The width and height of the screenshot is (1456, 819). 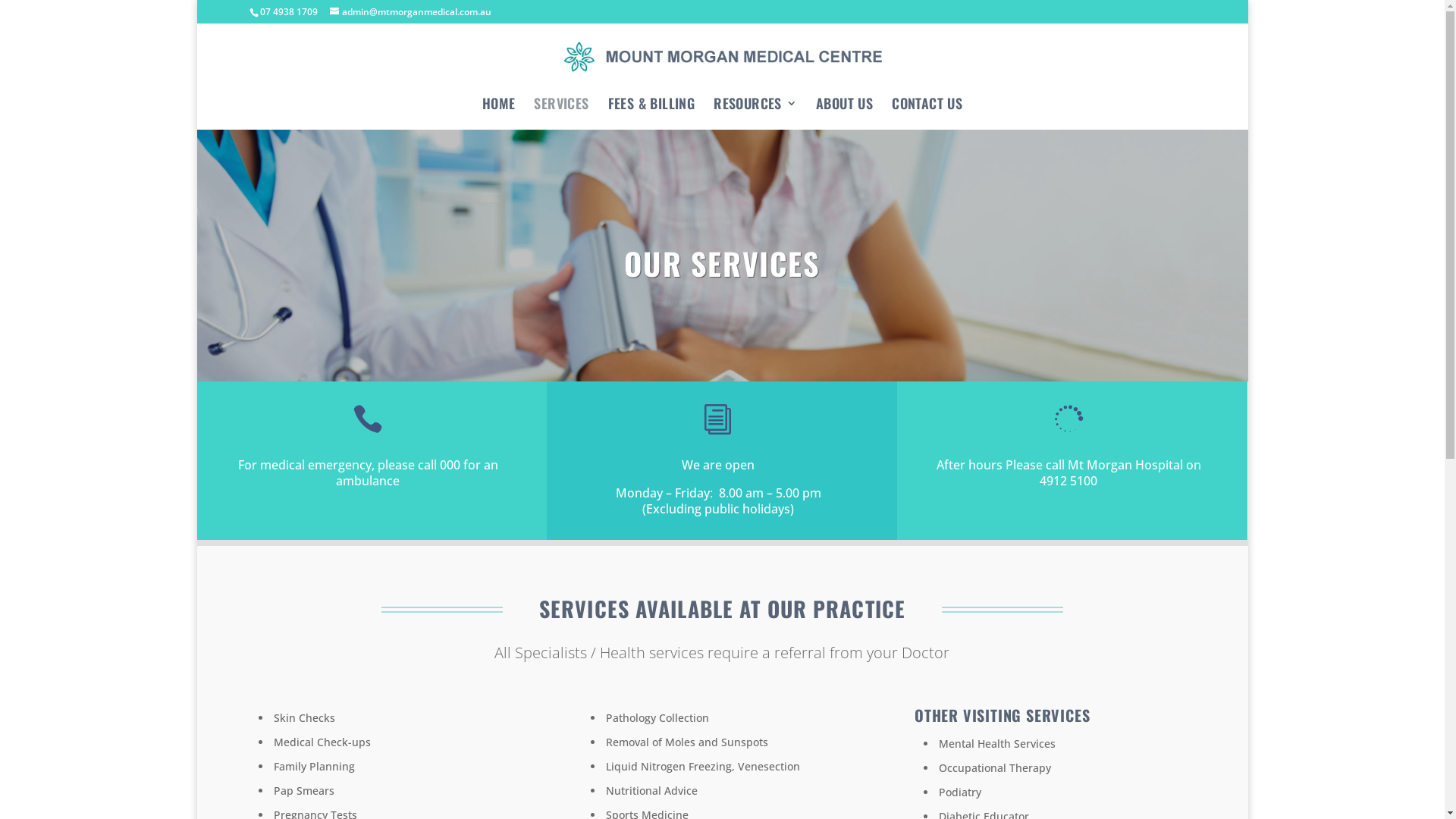 I want to click on 'admin@mtmorganmedical.com.au', so click(x=329, y=11).